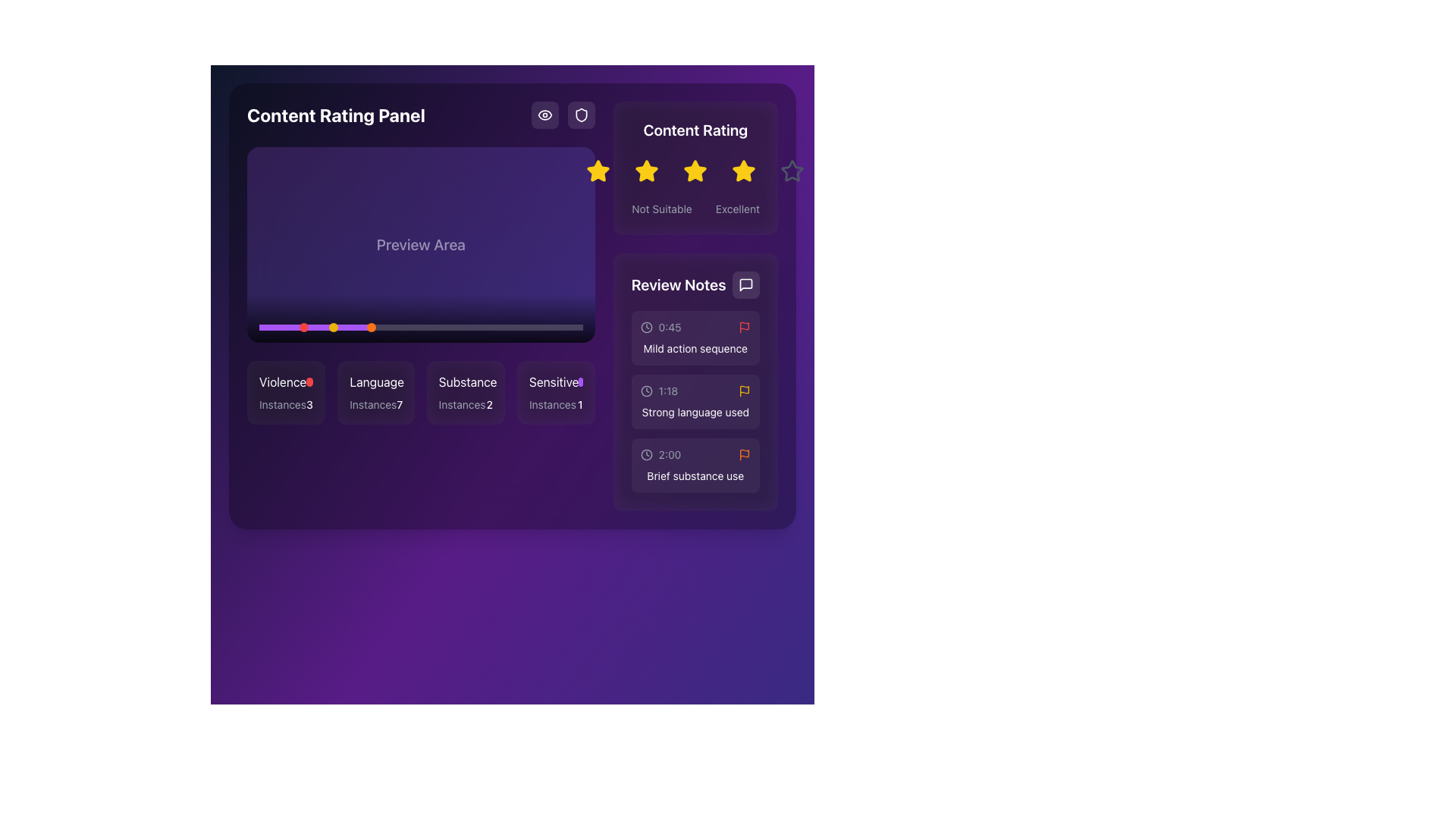 This screenshot has height=819, width=1456. What do you see at coordinates (421, 327) in the screenshot?
I see `the Progress bar located in the lower-central part of the interface, positioned beneath the 'Preview Area' block` at bounding box center [421, 327].